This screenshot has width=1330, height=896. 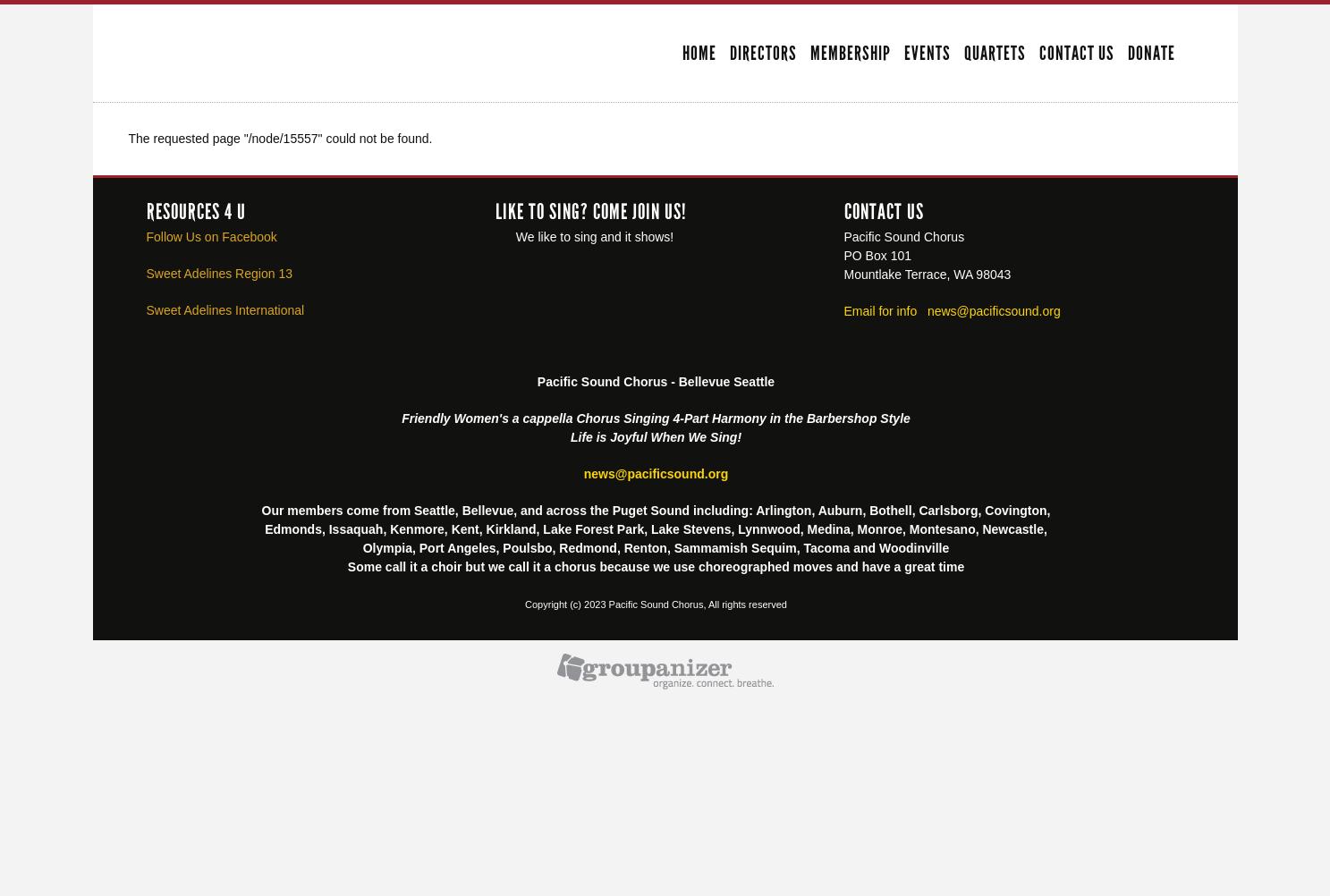 What do you see at coordinates (217, 272) in the screenshot?
I see `'Sweet Adelines Region 13'` at bounding box center [217, 272].